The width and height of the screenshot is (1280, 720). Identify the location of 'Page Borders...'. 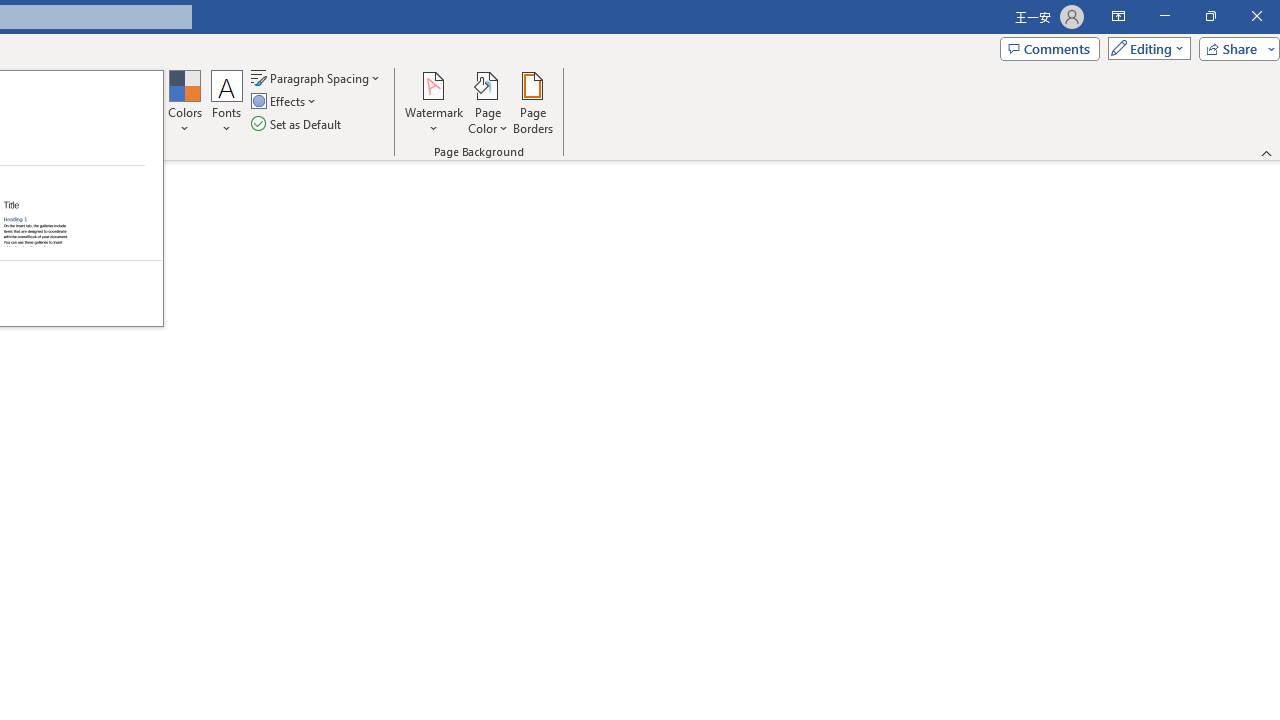
(533, 103).